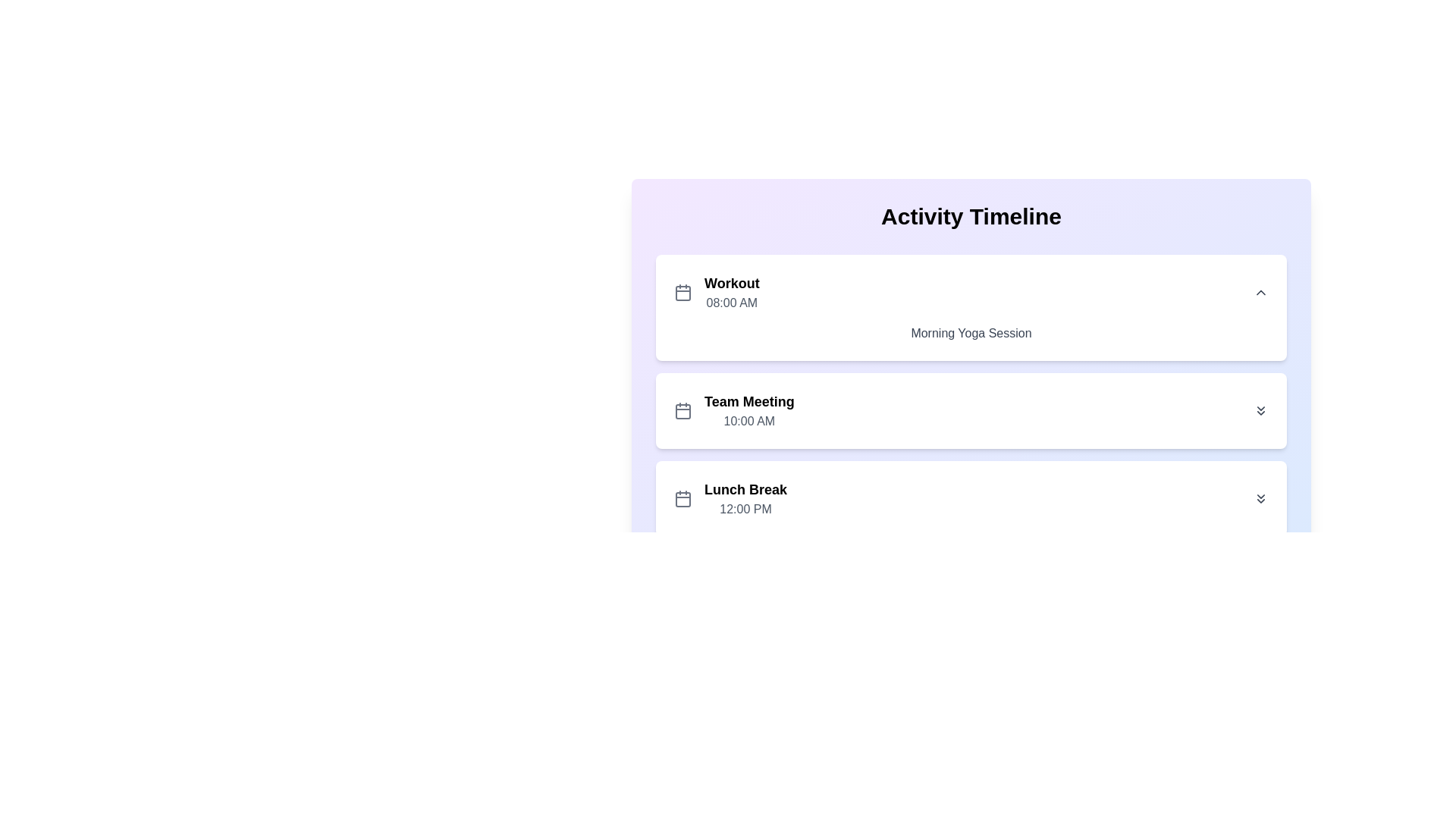 Image resolution: width=1456 pixels, height=819 pixels. Describe the element at coordinates (971, 332) in the screenshot. I see `the text label displaying 'Morning Yoga Session', which is styled in a medium-sized sans-serif font in gray color, located within a white card beneath the '08:00 AM' time indicator` at that location.